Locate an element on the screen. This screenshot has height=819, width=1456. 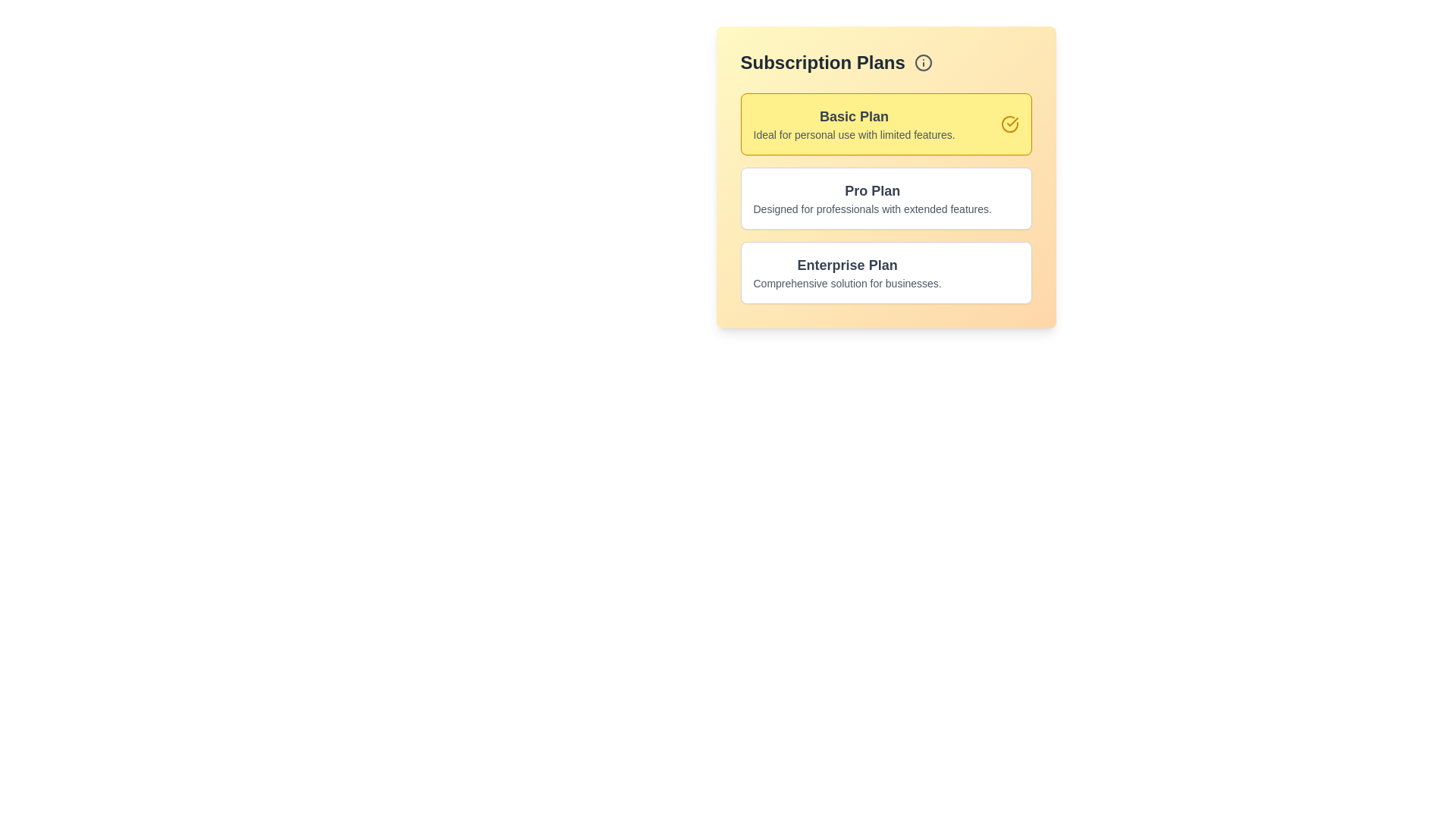
the header text element located at the top-left corner of the subscription card to interact with nearby elements is located at coordinates (821, 62).